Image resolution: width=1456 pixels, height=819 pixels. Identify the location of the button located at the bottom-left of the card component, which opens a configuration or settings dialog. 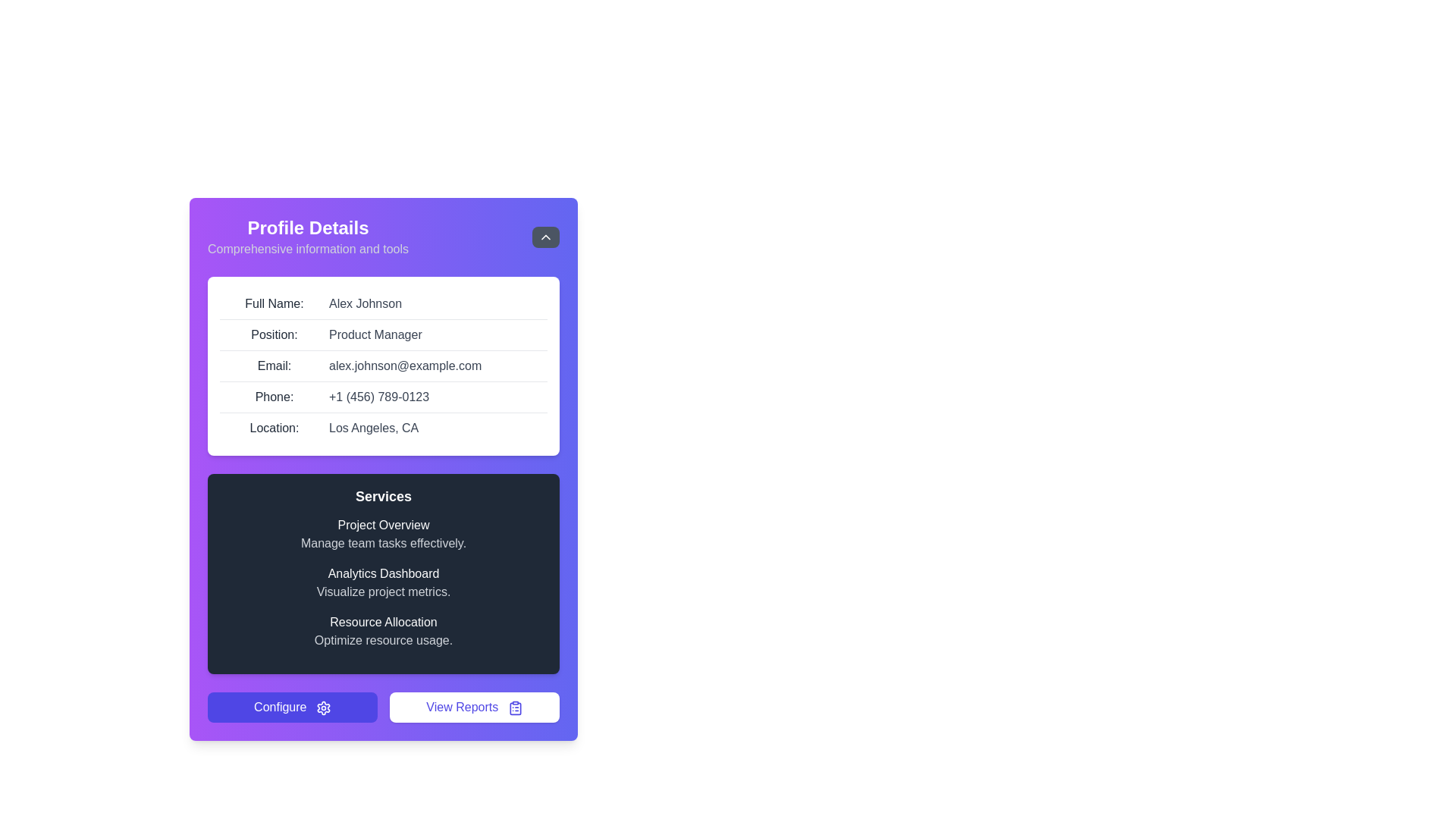
(292, 708).